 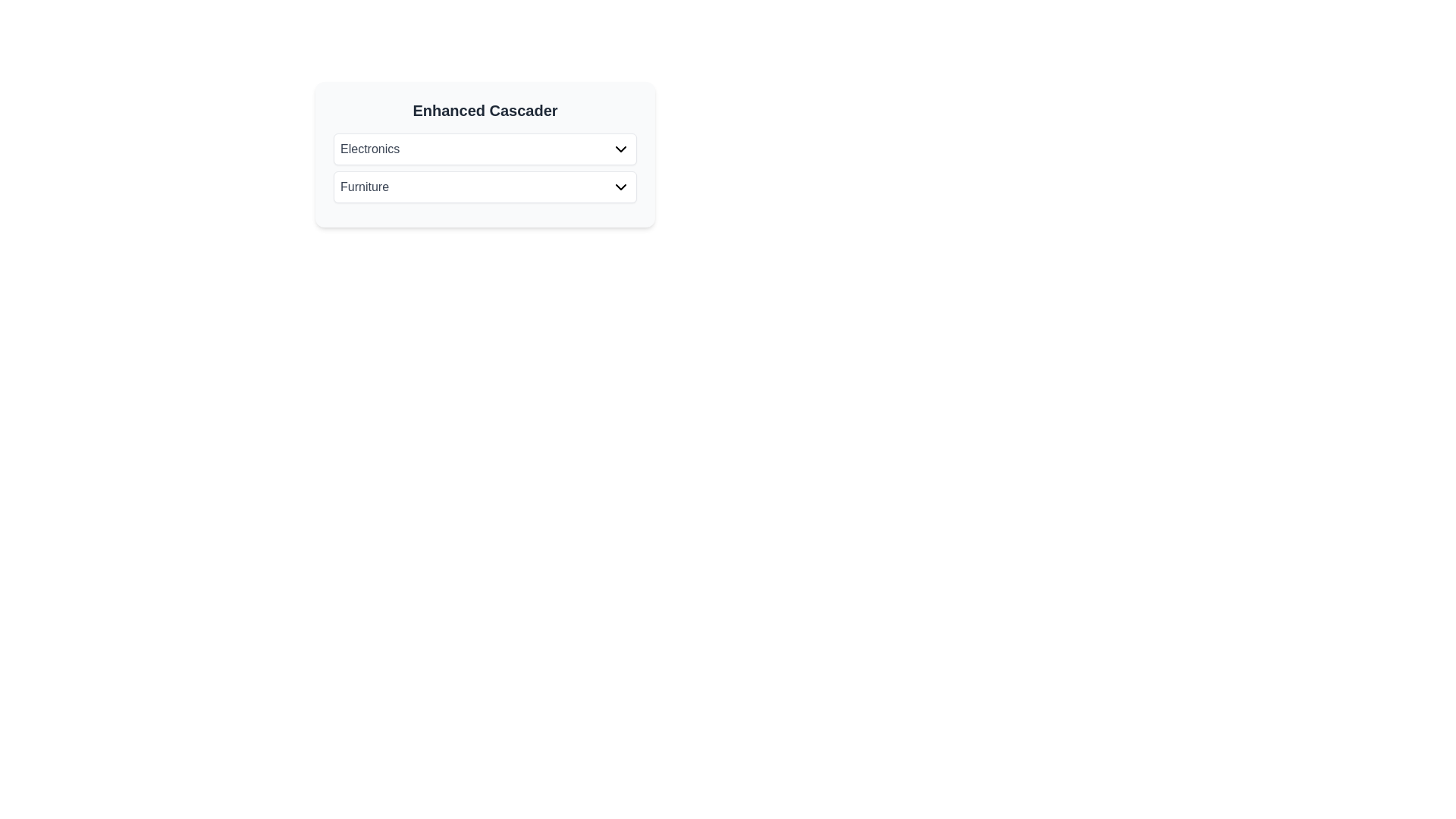 What do you see at coordinates (484, 110) in the screenshot?
I see `the text display header or title that serves as a label for the content below, positioned above the selectable options 'Electronics' and 'Furniture'` at bounding box center [484, 110].